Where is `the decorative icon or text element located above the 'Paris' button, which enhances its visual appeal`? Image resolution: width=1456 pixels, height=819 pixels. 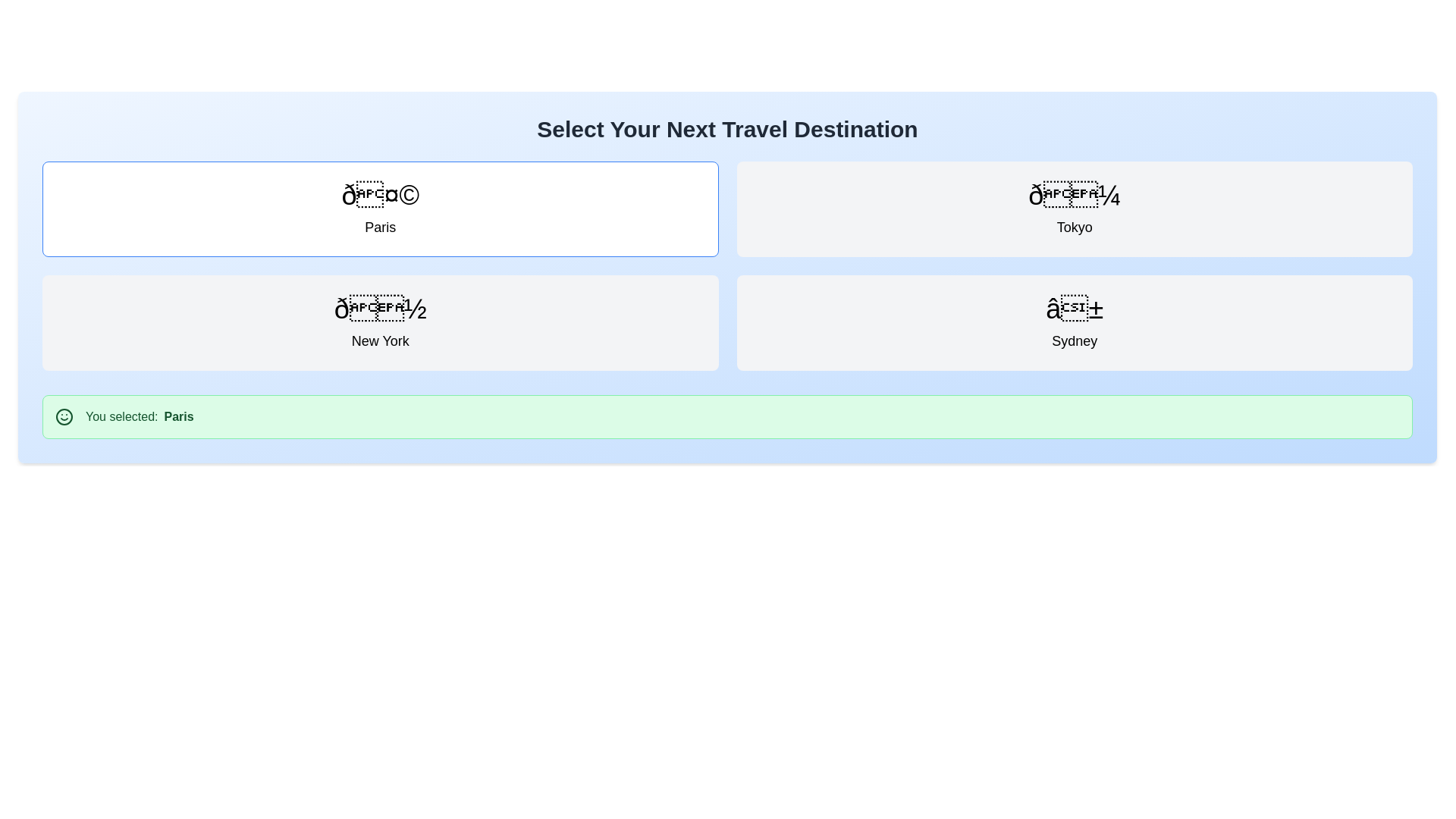 the decorative icon or text element located above the 'Paris' button, which enhances its visual appeal is located at coordinates (380, 195).